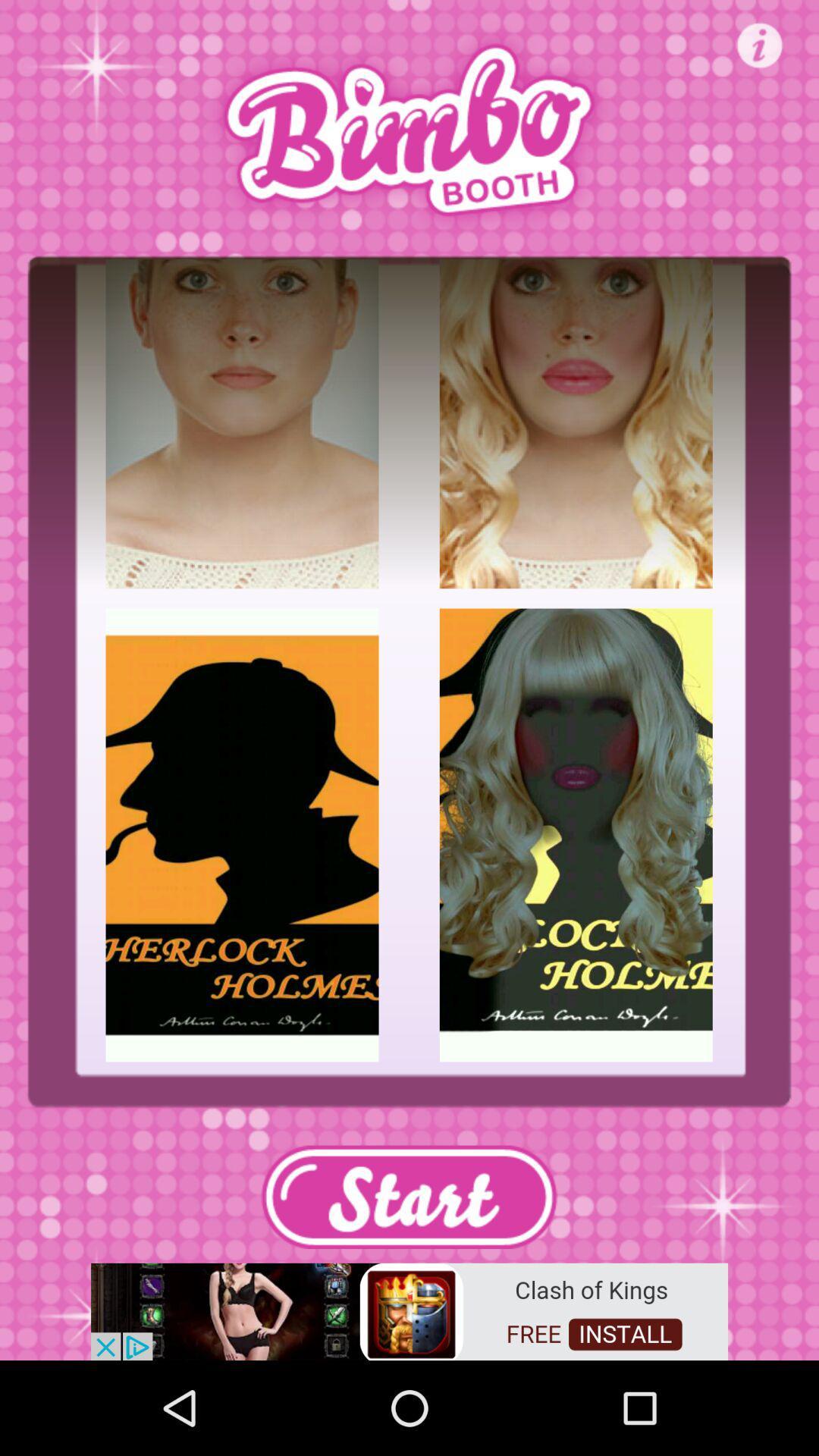 Image resolution: width=819 pixels, height=1456 pixels. What do you see at coordinates (760, 45) in the screenshot?
I see `open info page` at bounding box center [760, 45].